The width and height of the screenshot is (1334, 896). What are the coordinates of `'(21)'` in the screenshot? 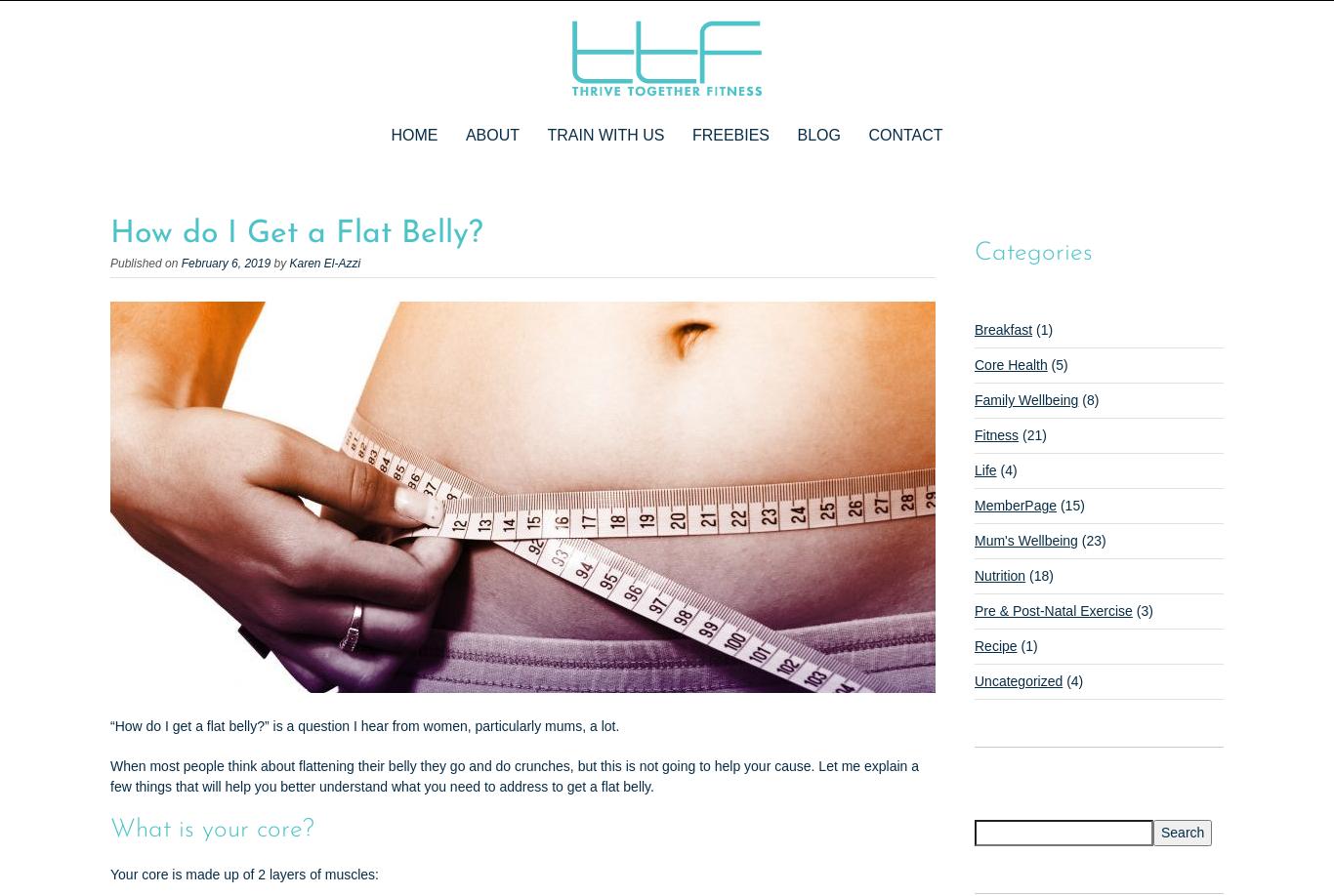 It's located at (1031, 433).